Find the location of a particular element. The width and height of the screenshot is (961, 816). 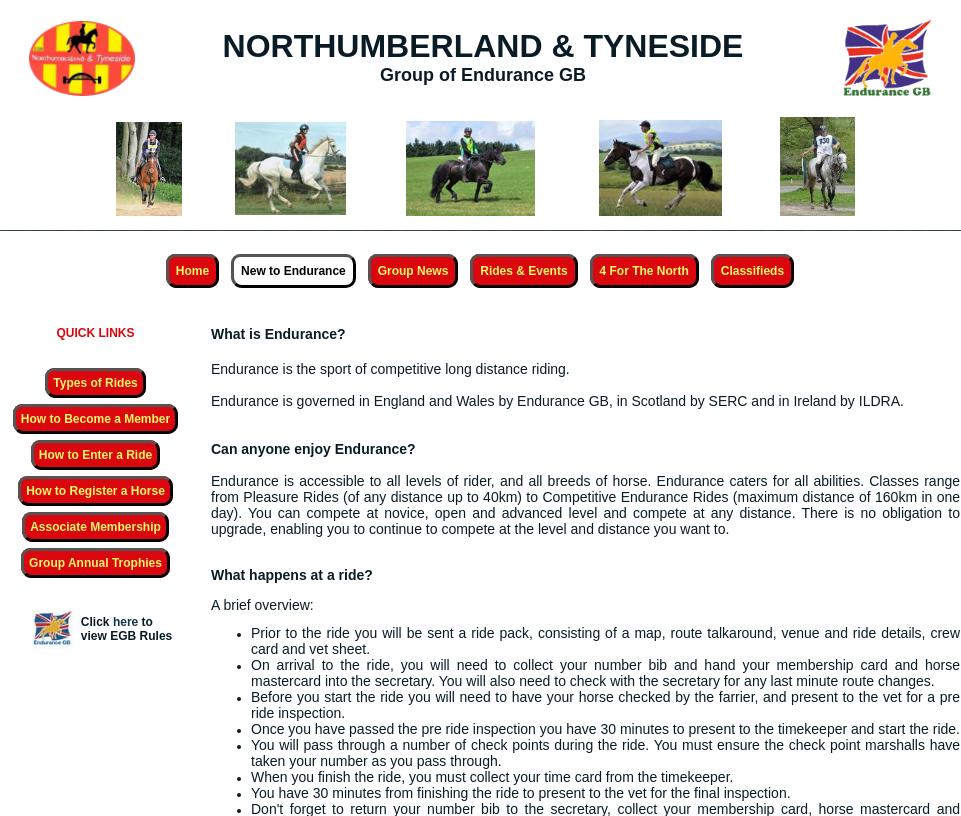

'Endurance is the sport of competitive long
distance riding.' is located at coordinates (391, 368).